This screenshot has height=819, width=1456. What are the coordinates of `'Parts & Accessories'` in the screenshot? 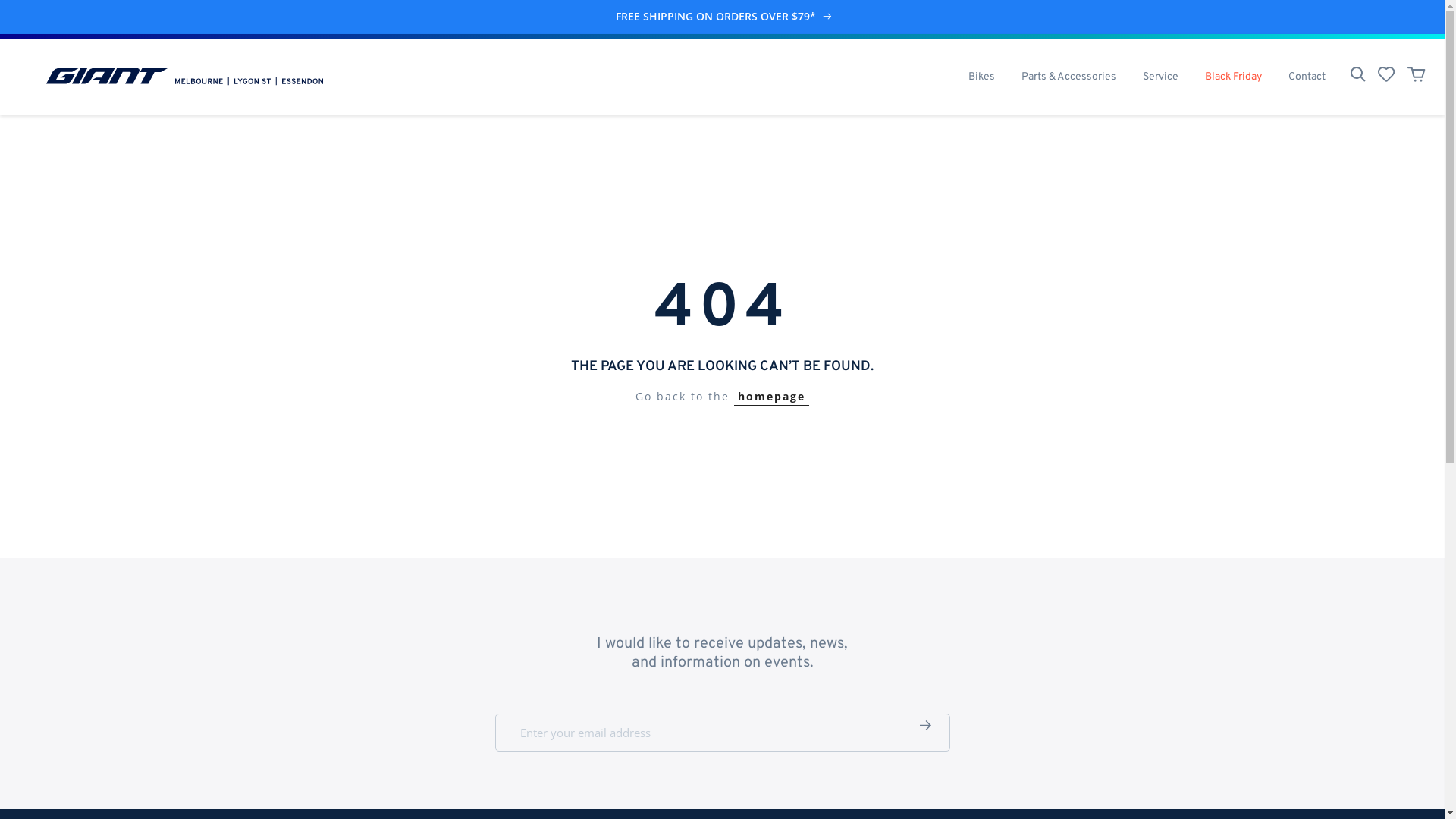 It's located at (1008, 77).